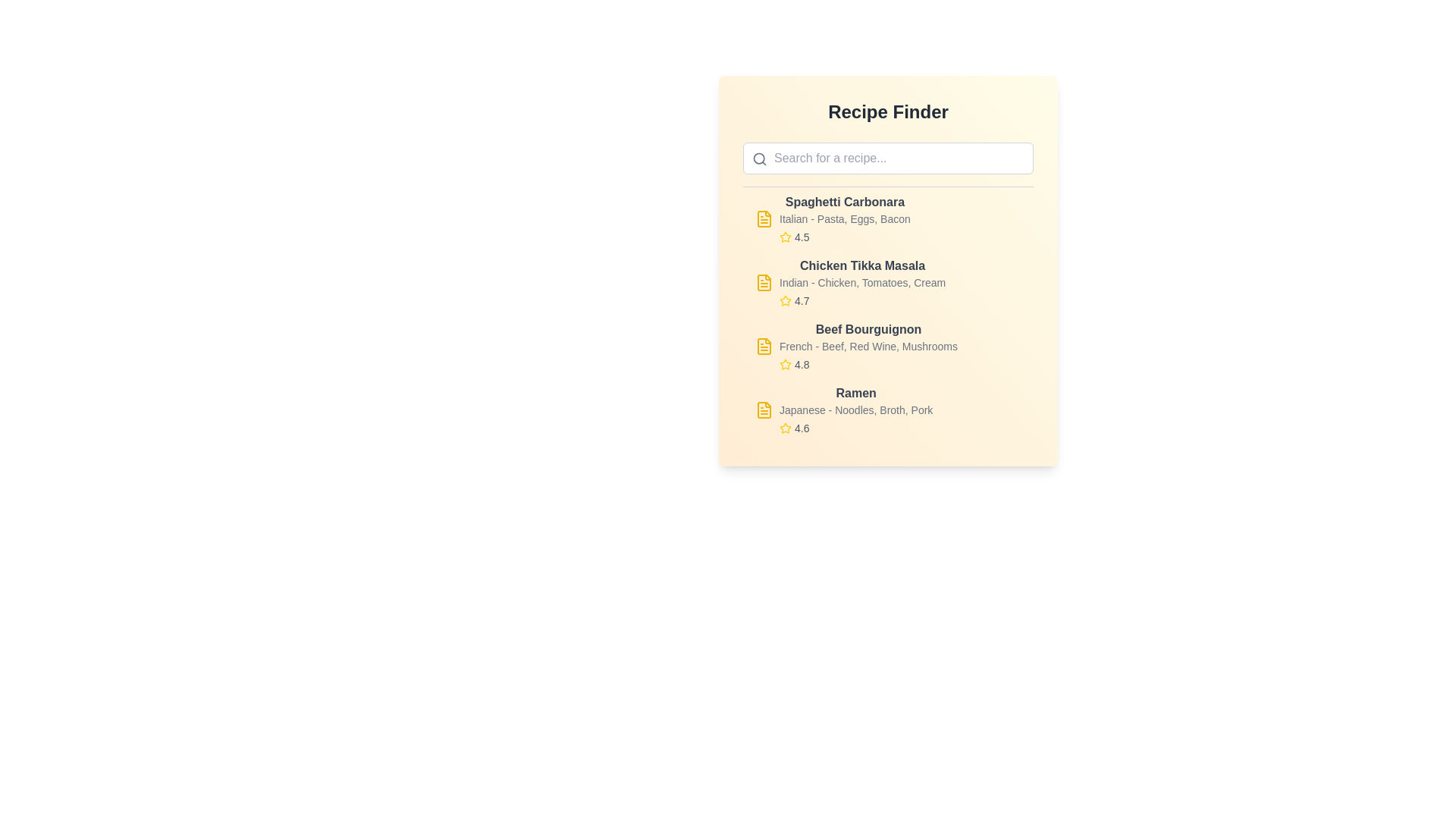  Describe the element at coordinates (844, 201) in the screenshot. I see `on the recipe title text label located at the top of the recipe listing interface` at that location.